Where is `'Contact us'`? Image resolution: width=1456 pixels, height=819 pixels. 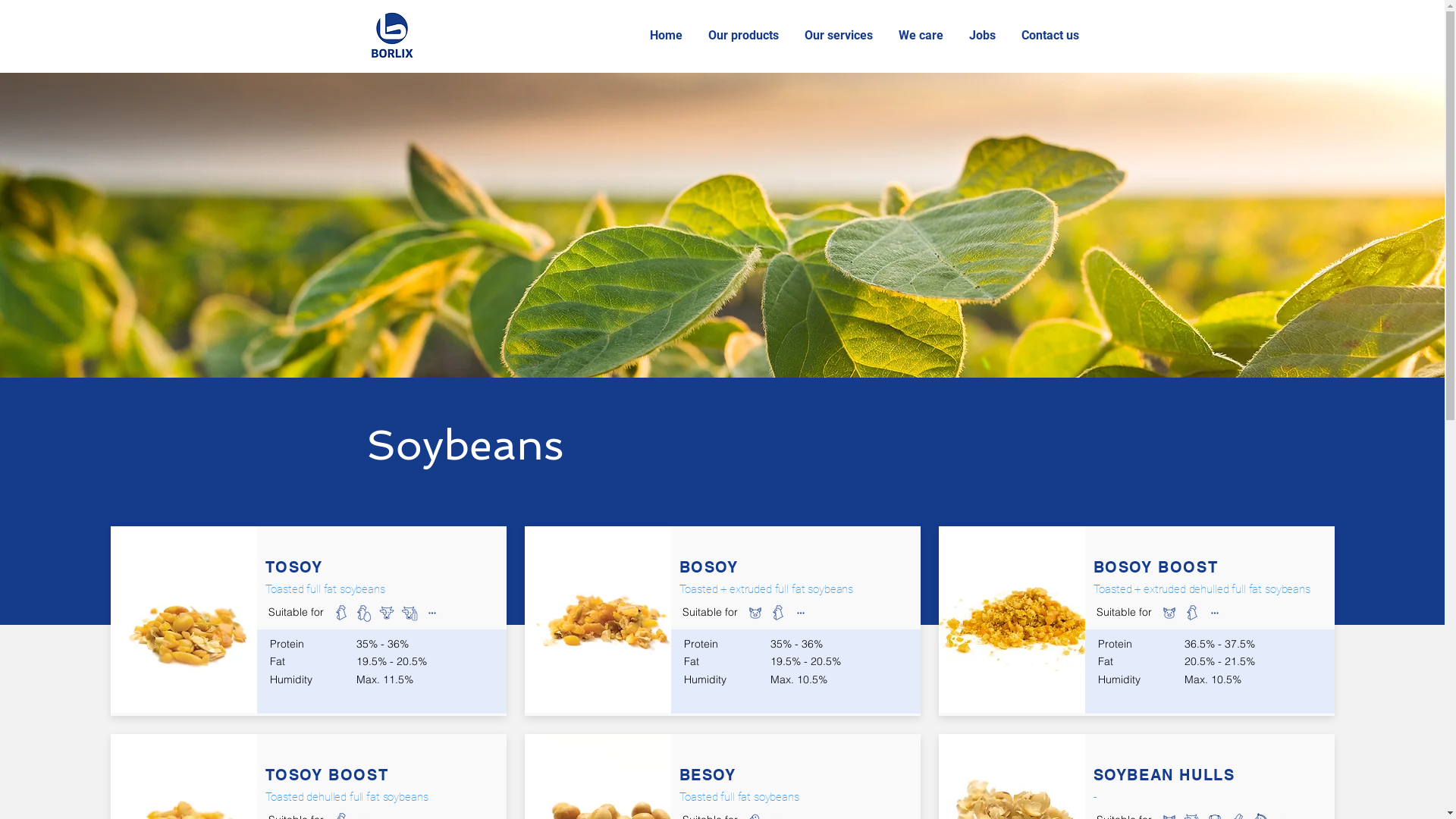
'Contact us' is located at coordinates (1051, 34).